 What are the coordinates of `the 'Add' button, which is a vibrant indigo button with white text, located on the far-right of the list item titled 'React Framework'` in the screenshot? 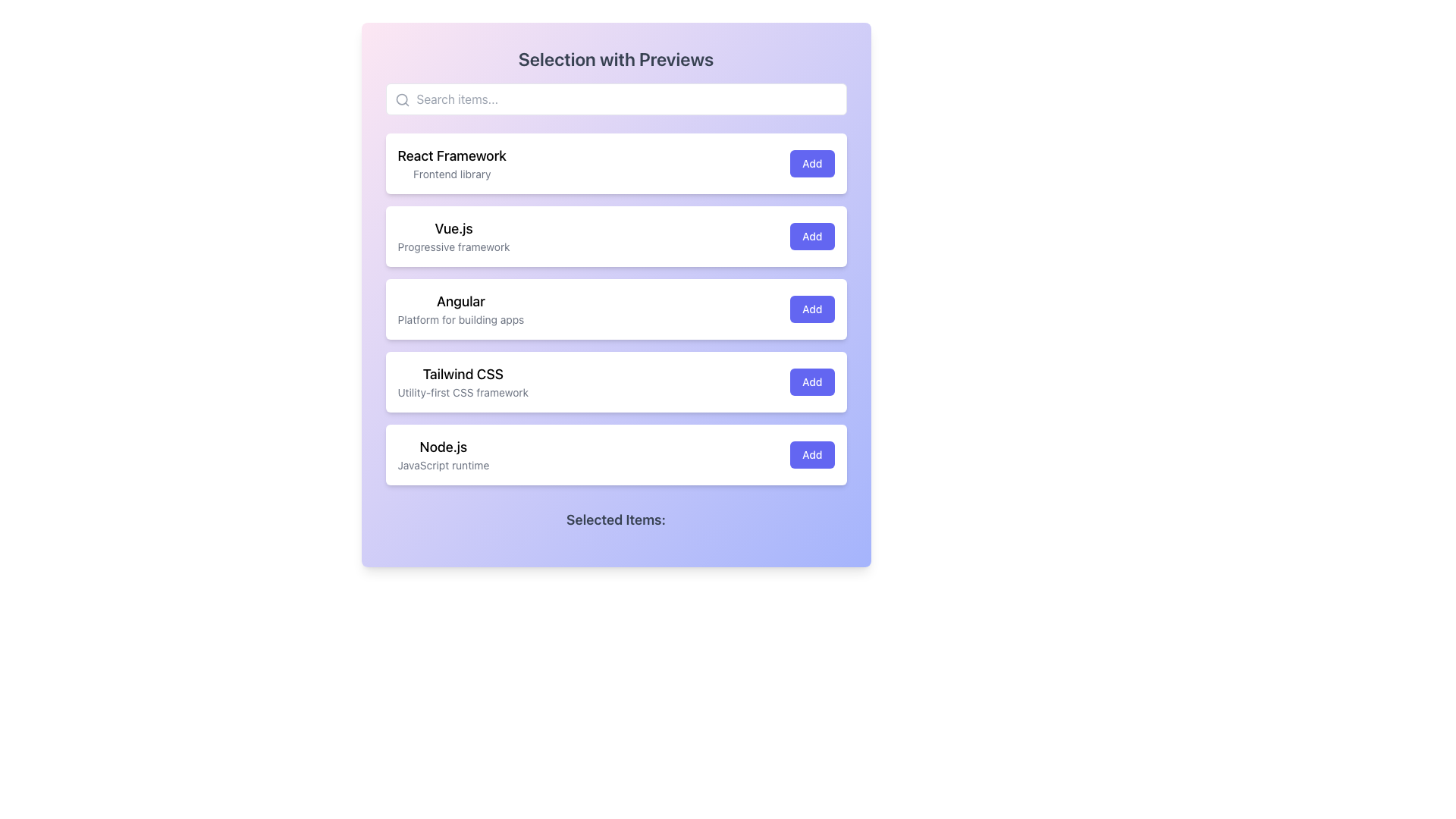 It's located at (811, 164).